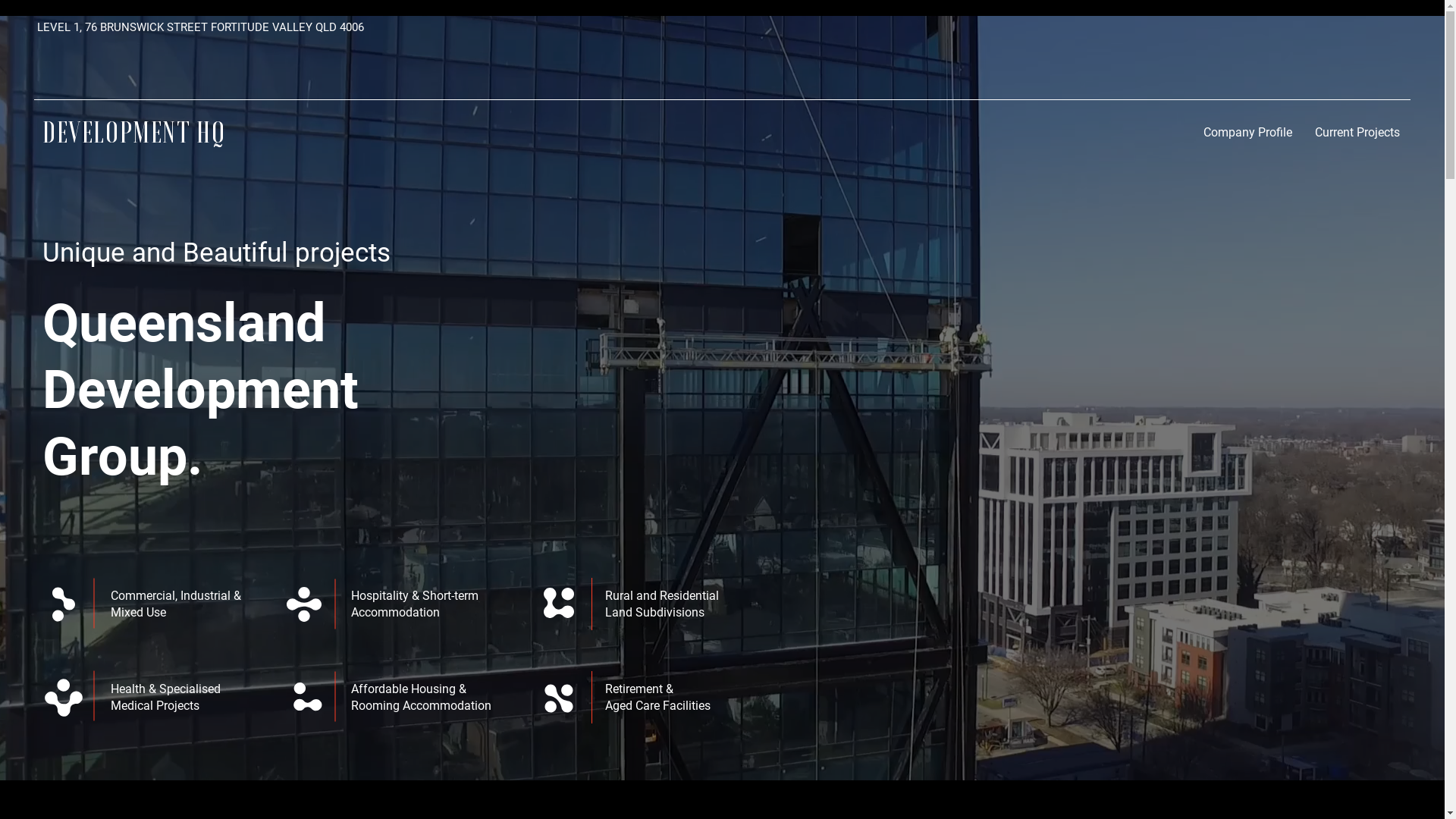 The image size is (1456, 819). I want to click on 'Current Projects', so click(1357, 131).